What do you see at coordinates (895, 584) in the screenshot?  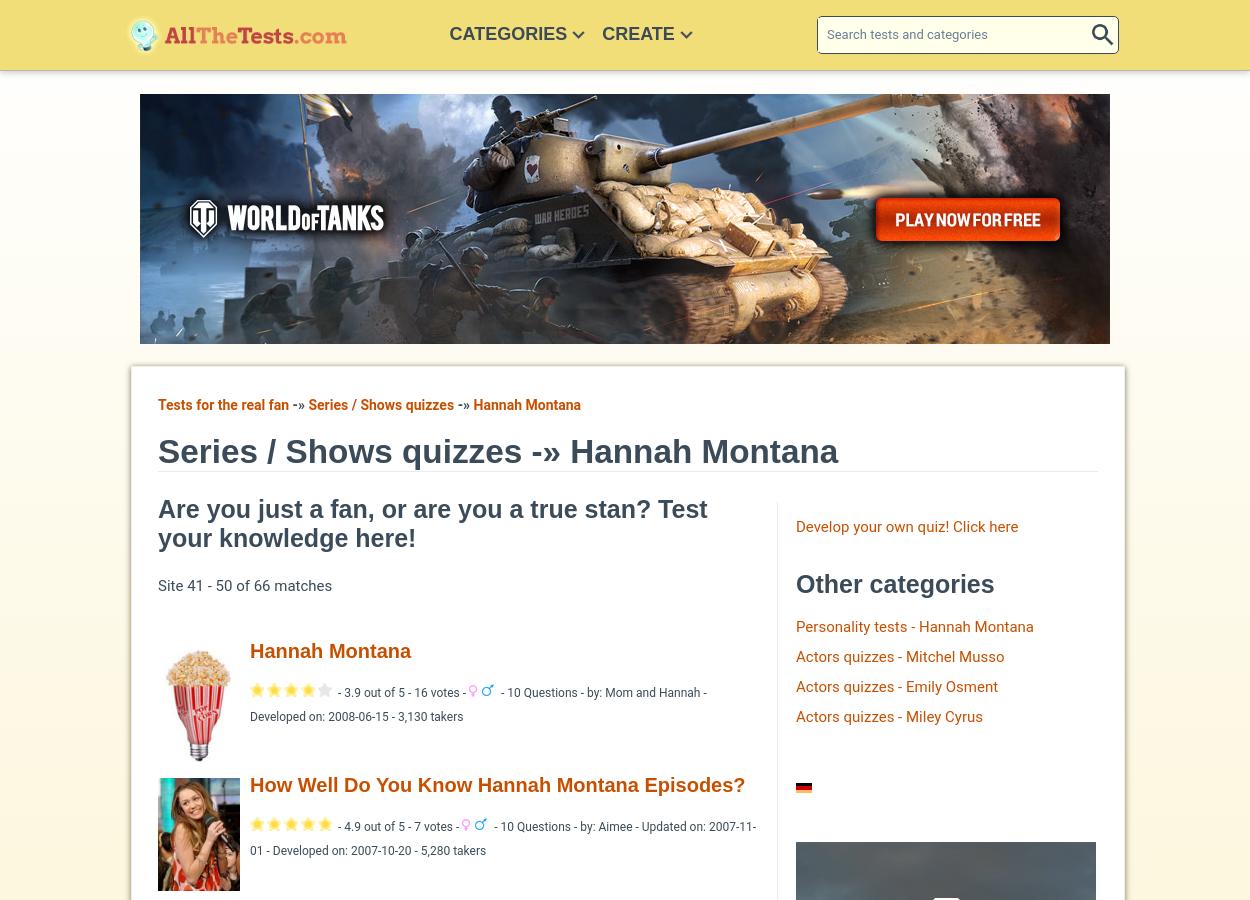 I see `'Other categories'` at bounding box center [895, 584].